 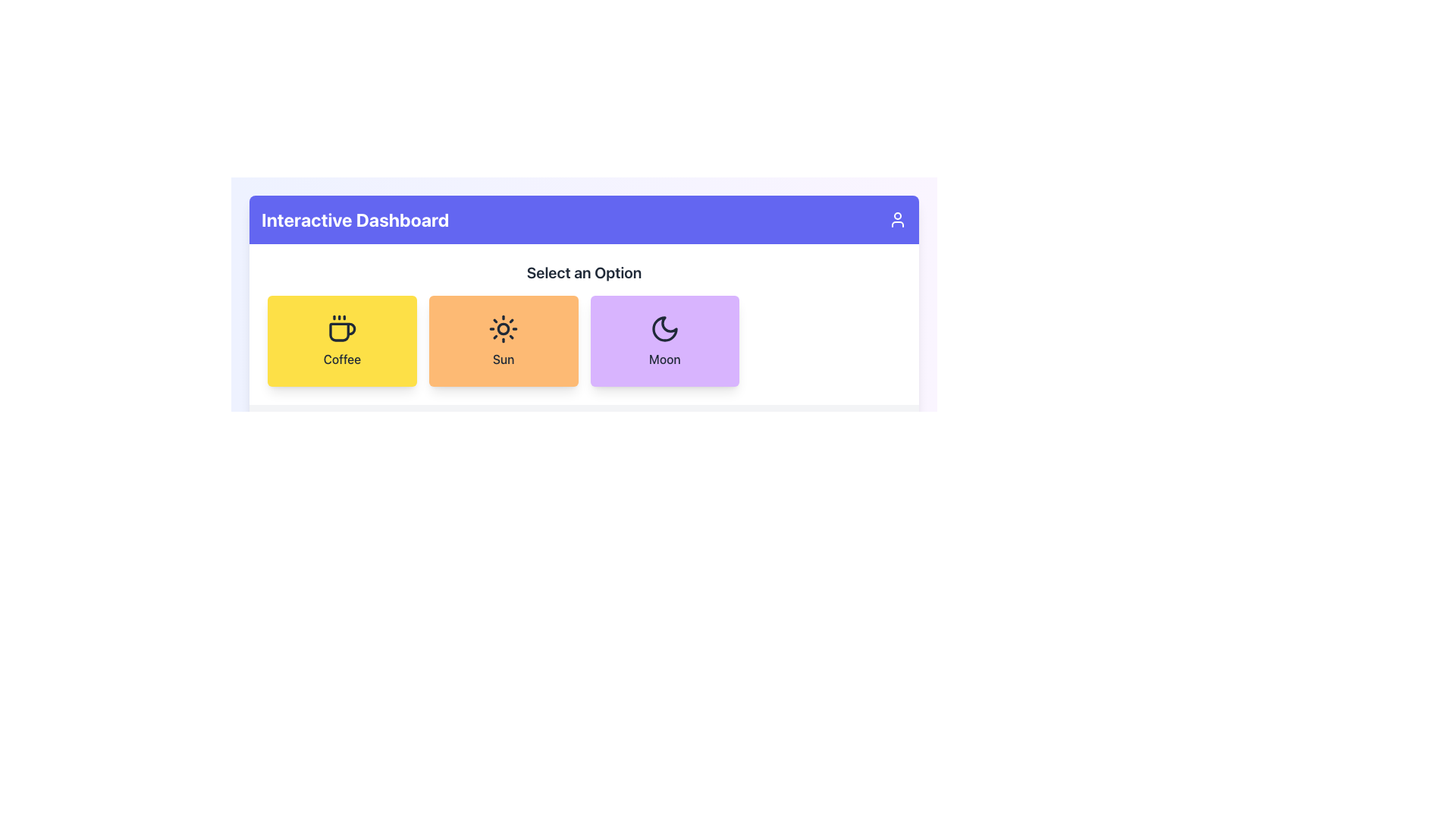 I want to click on the decorative sun symbol icon within the 'Sun' tile, located centrally in the orange tile of the interface's grid, so click(x=504, y=328).